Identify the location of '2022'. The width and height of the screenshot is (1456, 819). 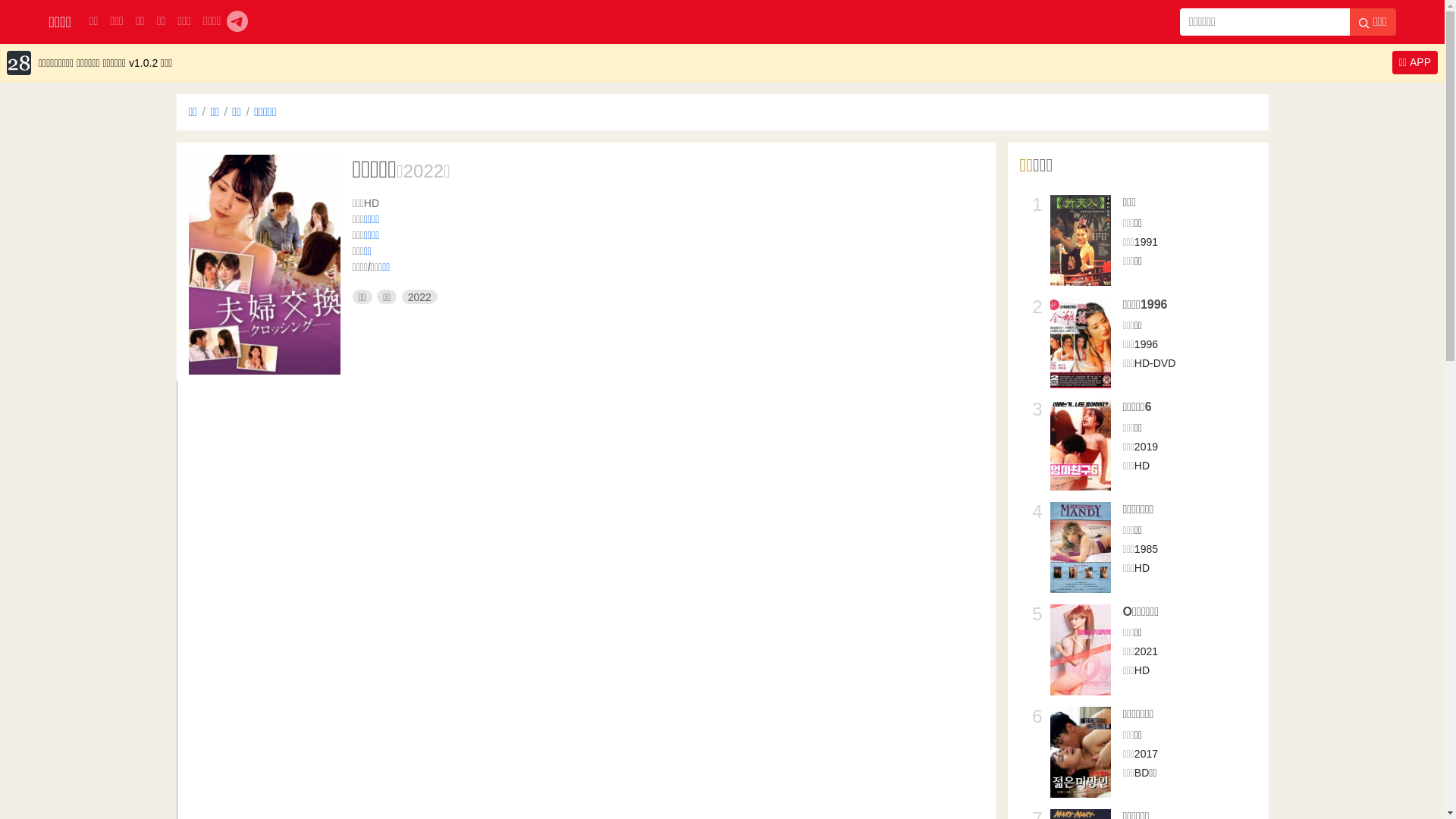
(423, 171).